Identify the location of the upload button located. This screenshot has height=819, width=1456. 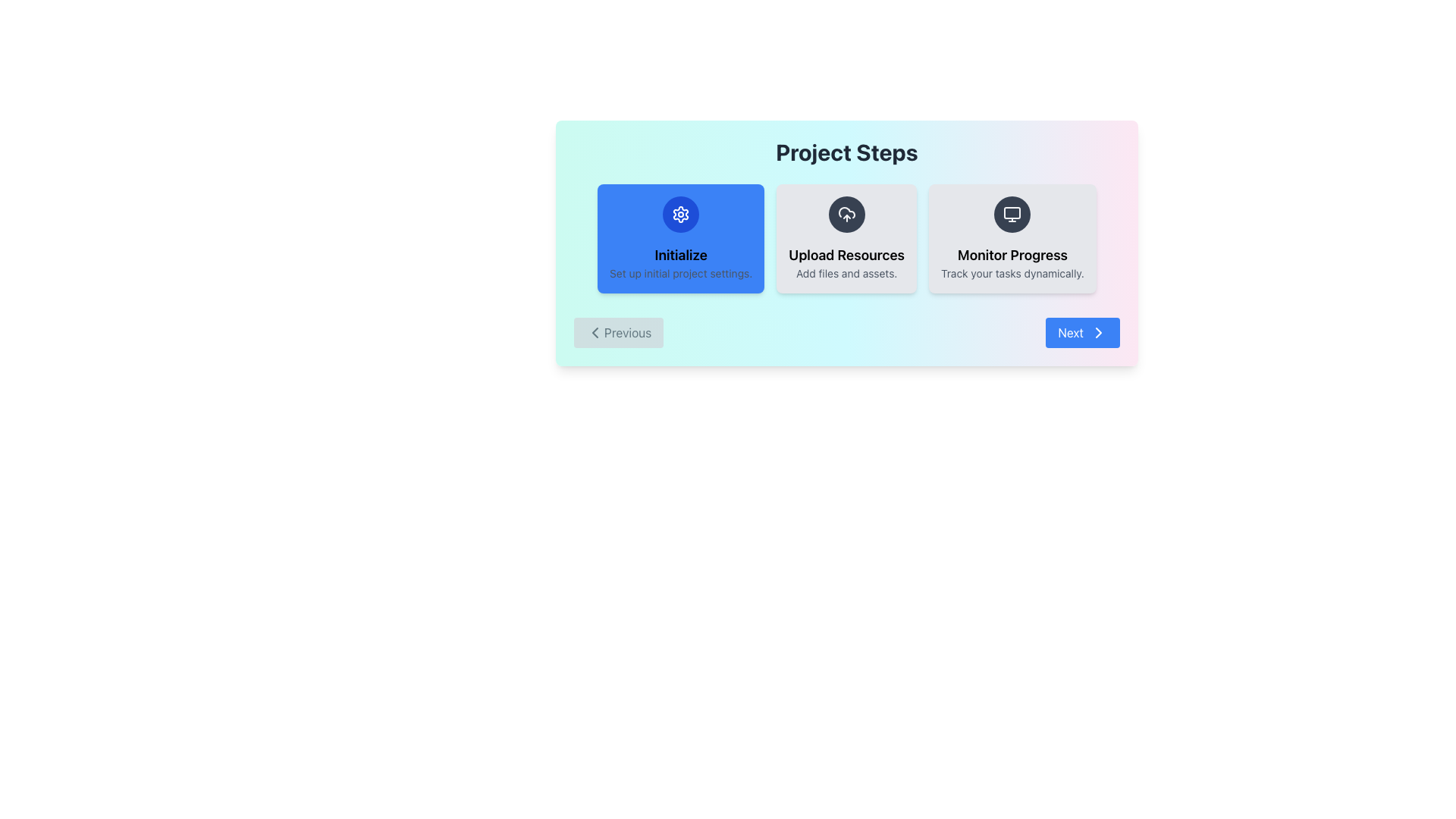
(846, 214).